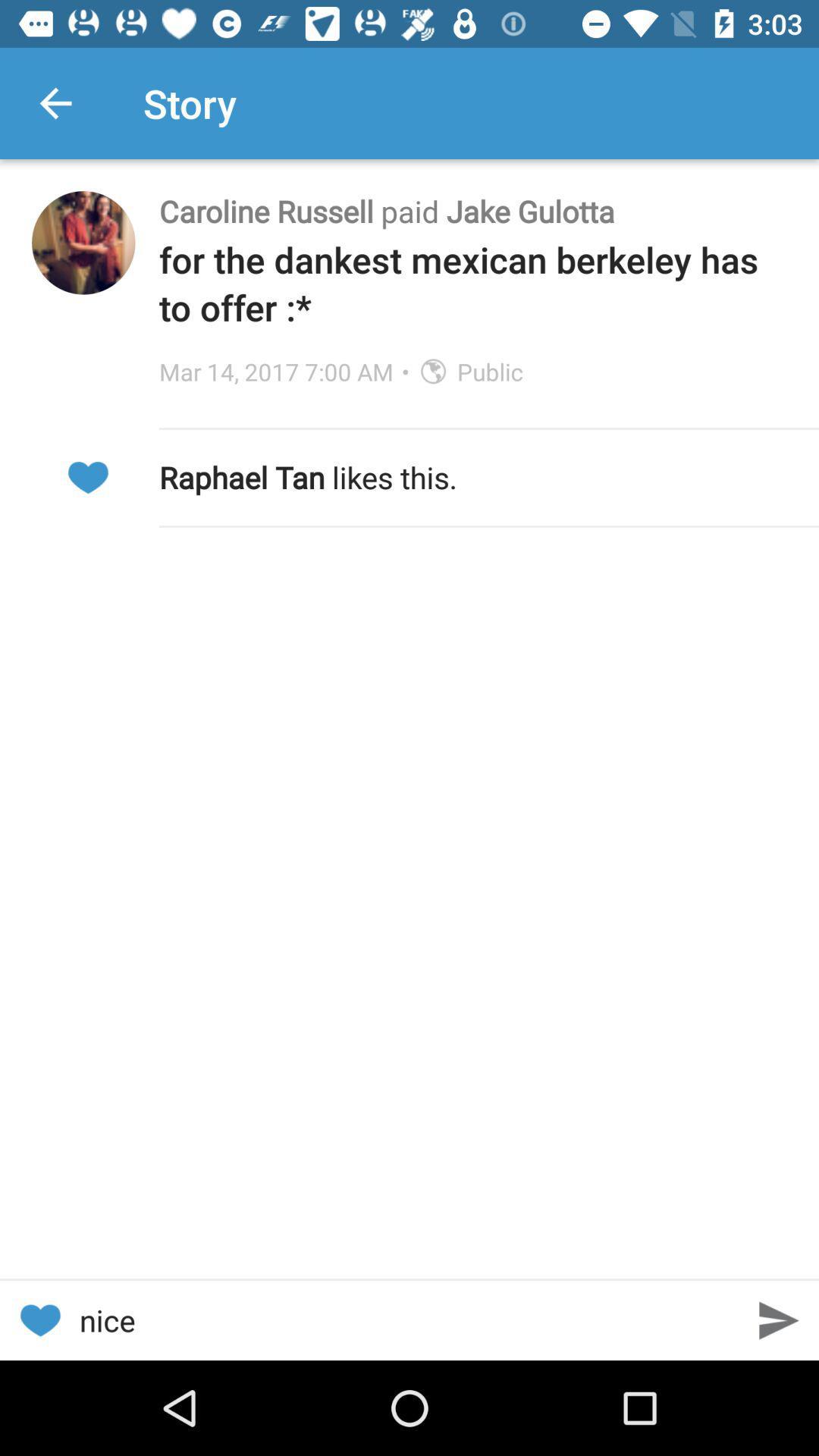 This screenshot has height=1456, width=819. Describe the element at coordinates (39, 1319) in the screenshot. I see `mark as favorite` at that location.